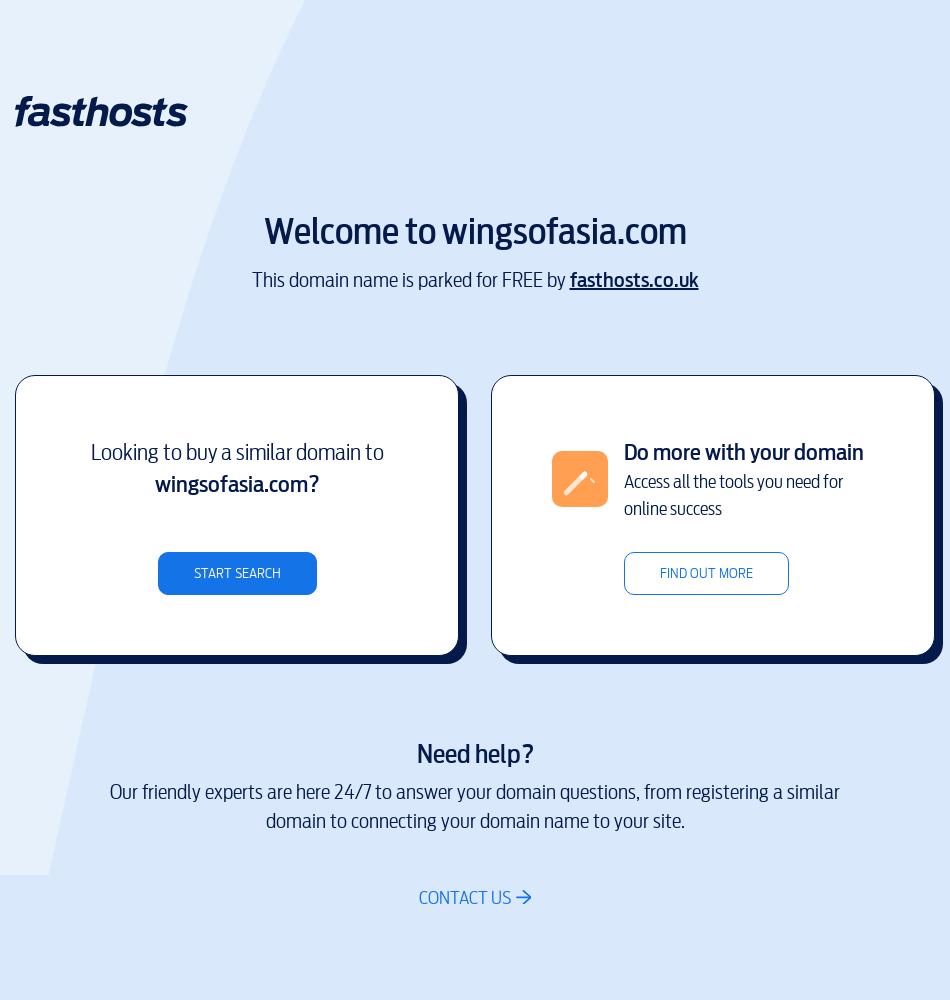 The image size is (950, 1000). What do you see at coordinates (236, 571) in the screenshot?
I see `'Start search'` at bounding box center [236, 571].